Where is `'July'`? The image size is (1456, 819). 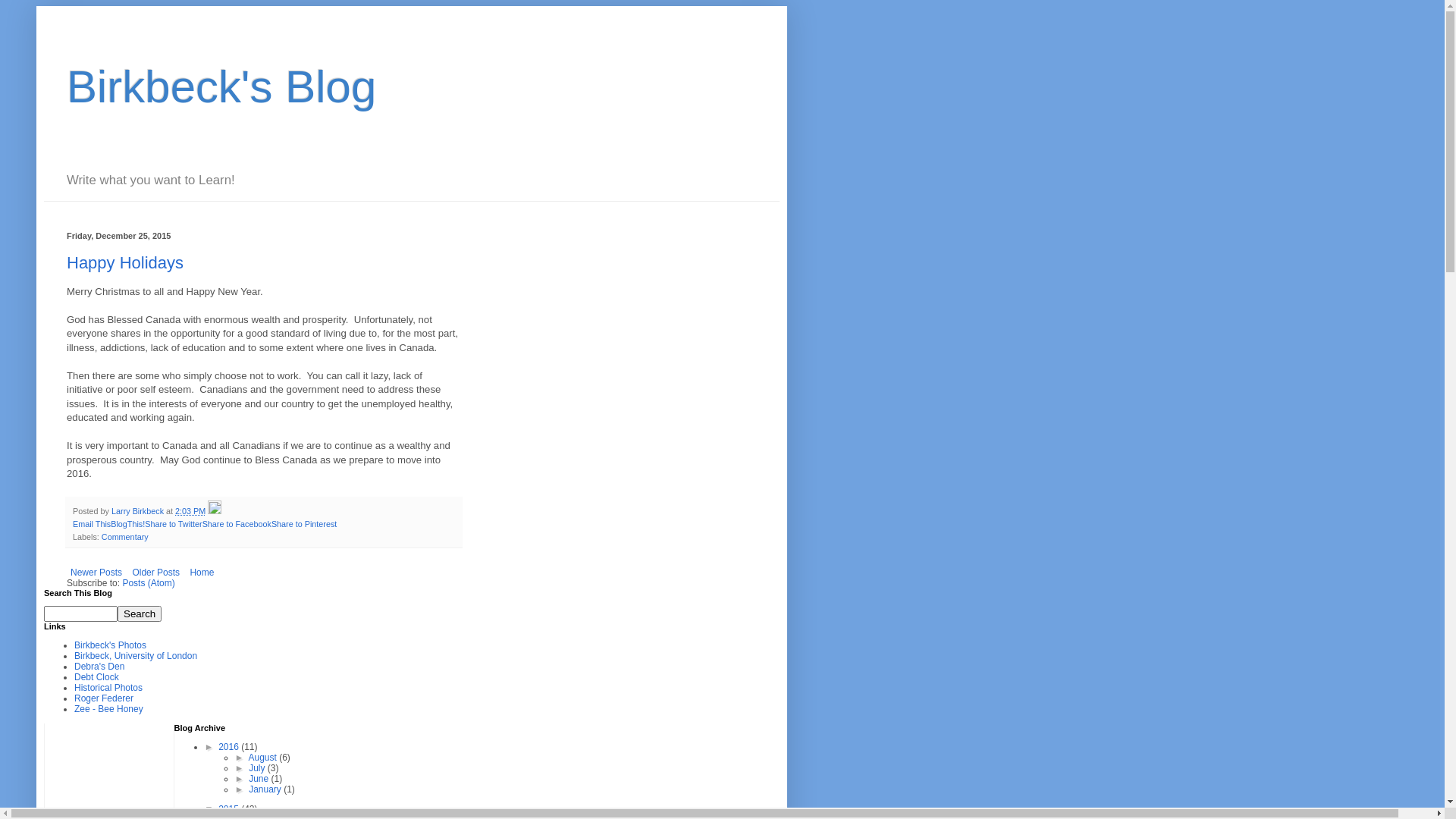
'July' is located at coordinates (258, 768).